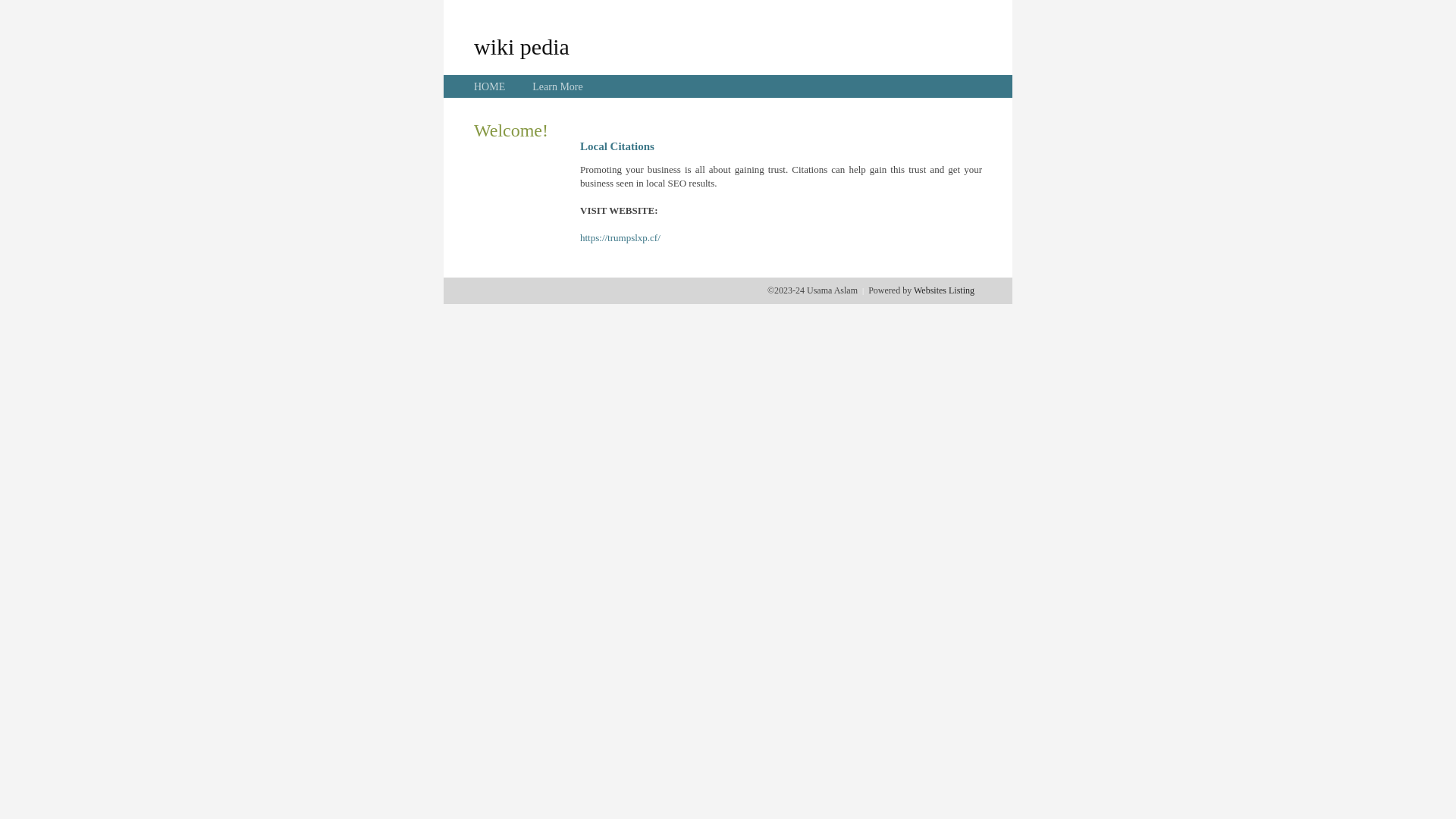 This screenshot has width=1456, height=819. I want to click on 'Websites Listing', so click(943, 290).